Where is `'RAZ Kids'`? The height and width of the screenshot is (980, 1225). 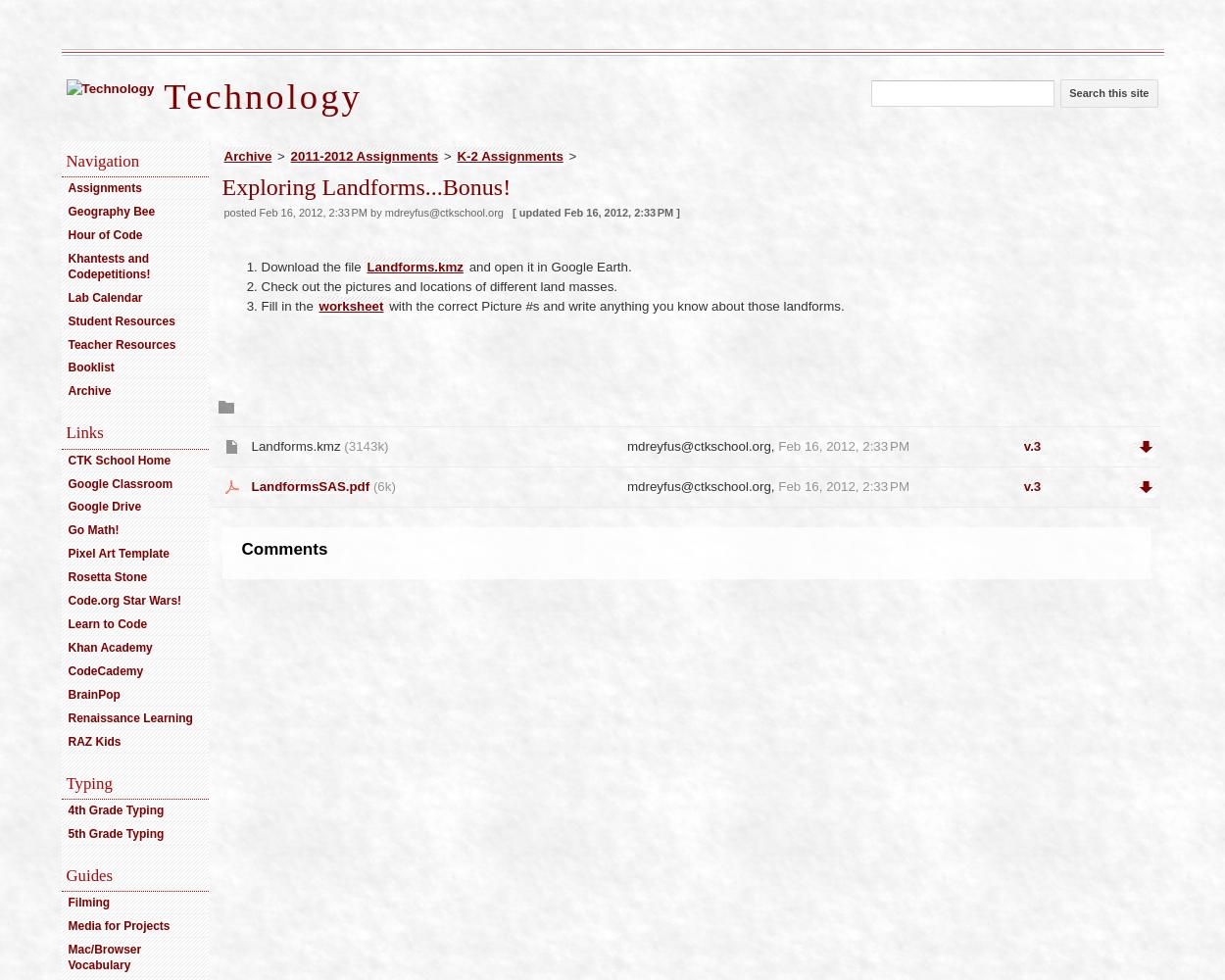 'RAZ Kids' is located at coordinates (92, 742).